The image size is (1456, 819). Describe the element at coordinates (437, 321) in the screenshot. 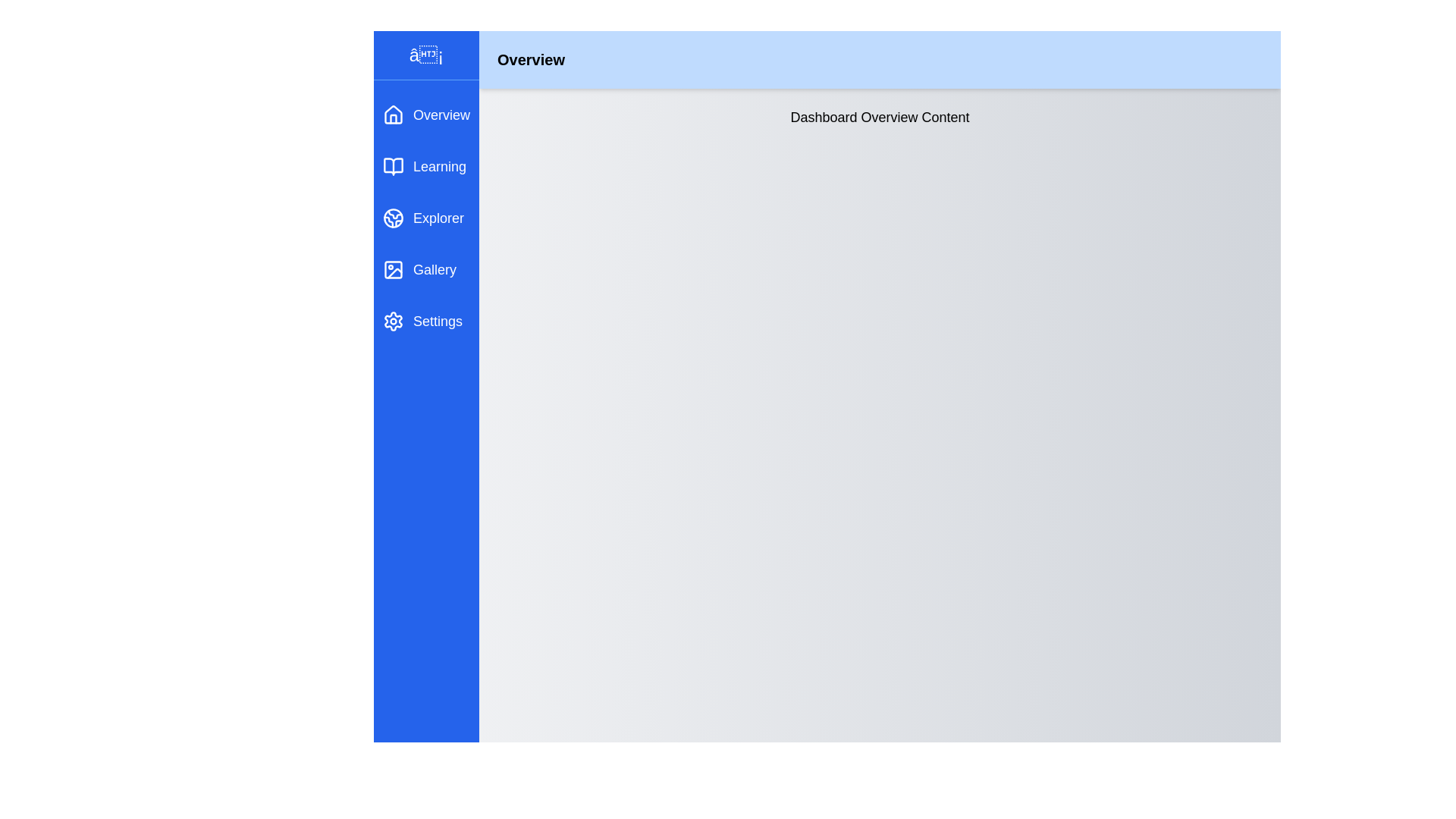

I see `the 'Settings' text label in the left-side vertical navigation menu` at that location.